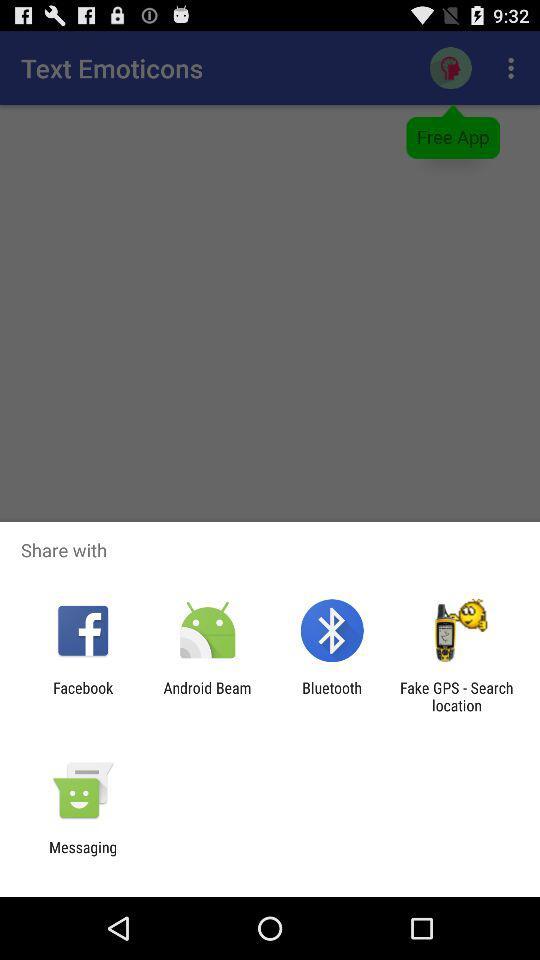 The image size is (540, 960). What do you see at coordinates (206, 696) in the screenshot?
I see `the item to the right of facebook app` at bounding box center [206, 696].